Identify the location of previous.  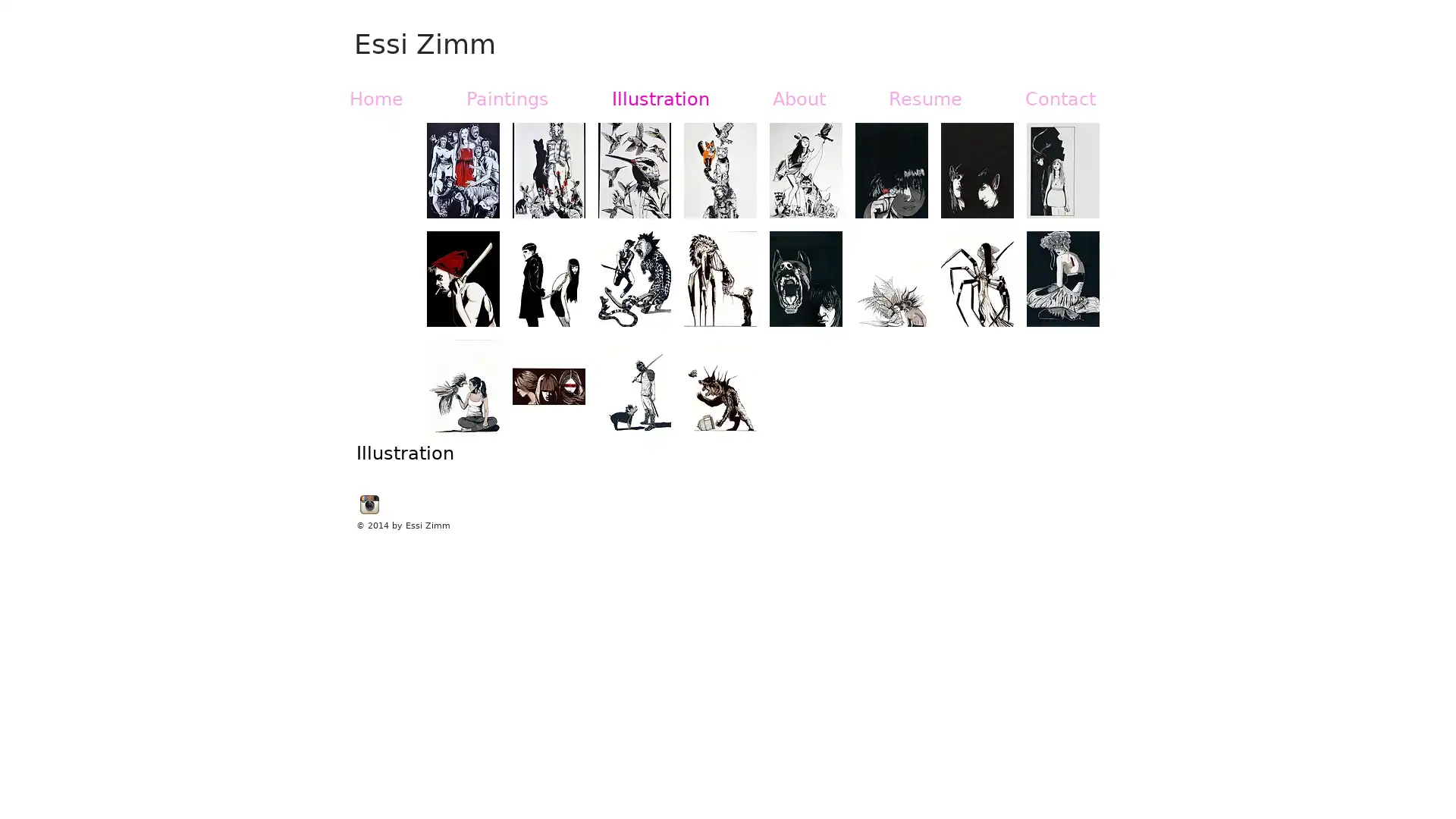
(458, 291).